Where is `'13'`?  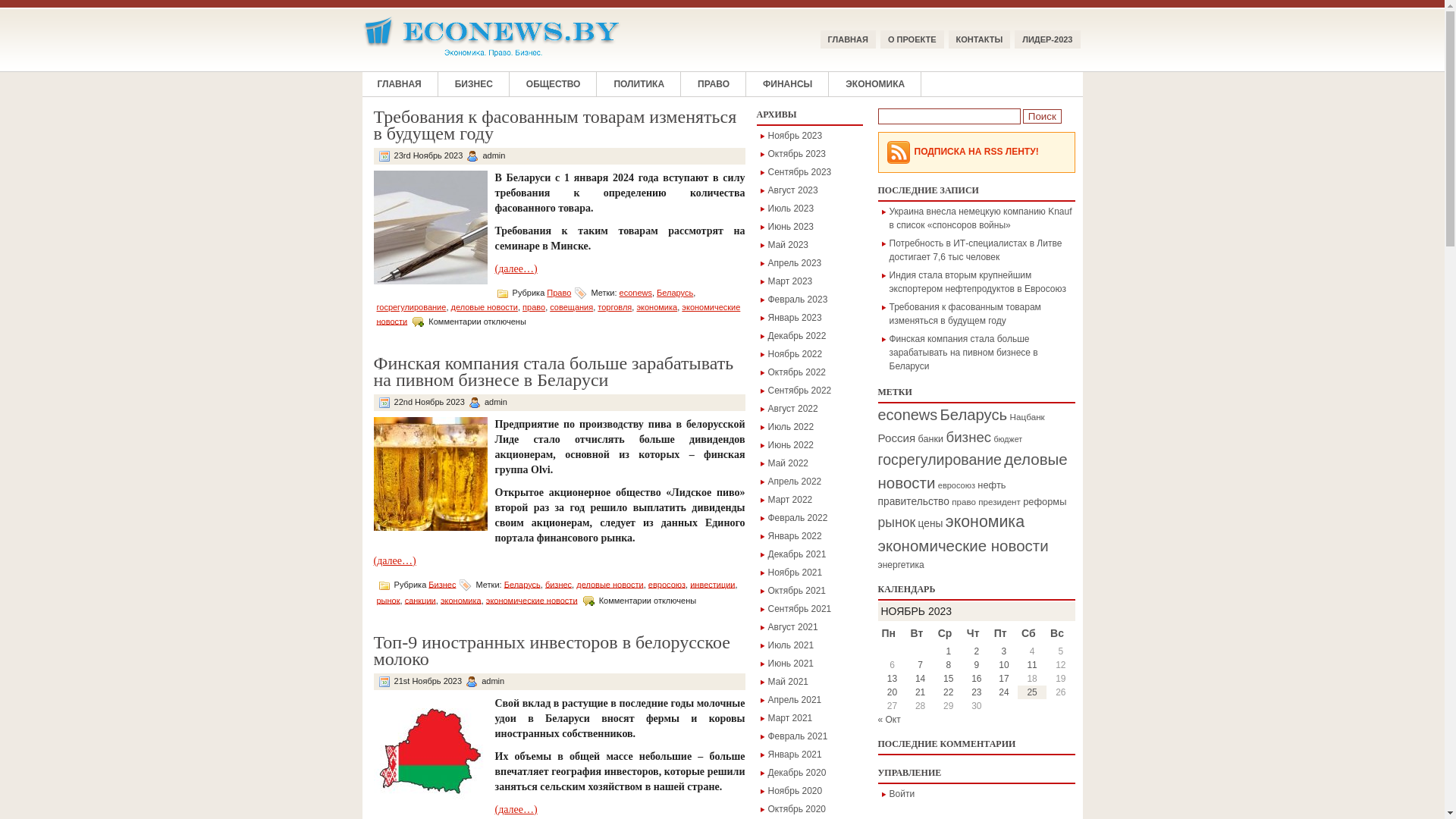
'13' is located at coordinates (892, 677).